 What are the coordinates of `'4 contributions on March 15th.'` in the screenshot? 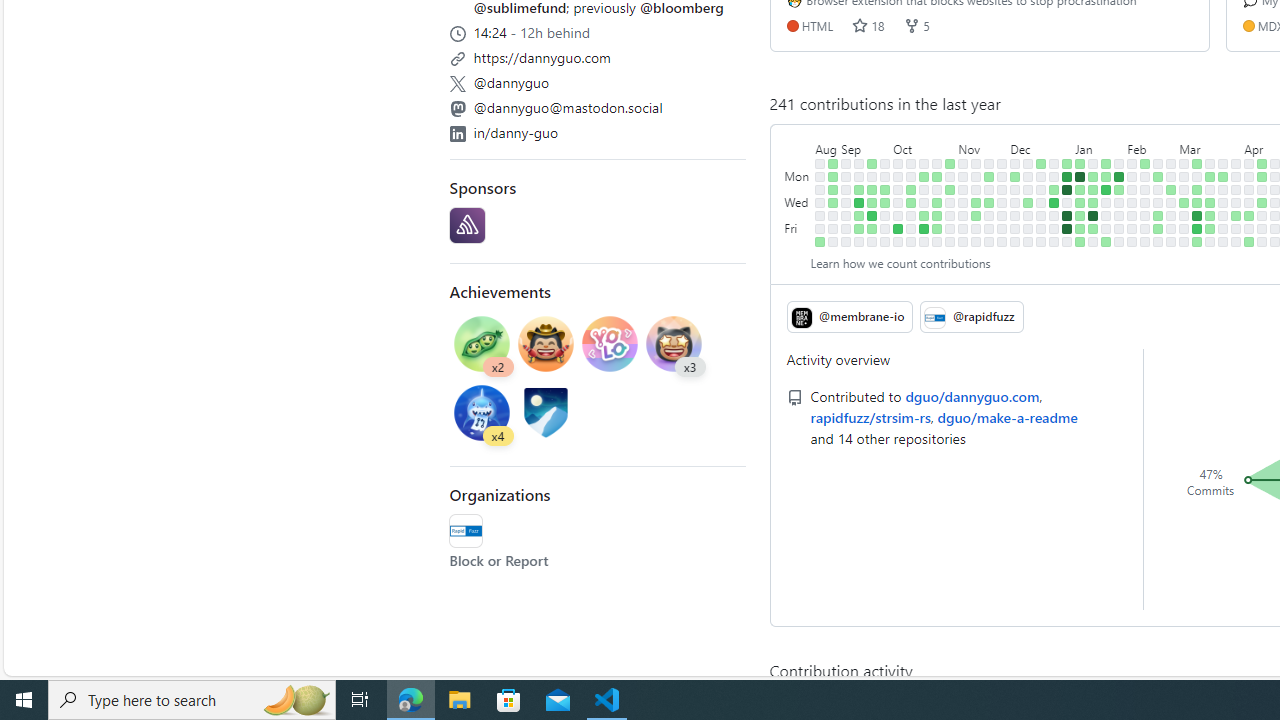 It's located at (1197, 227).